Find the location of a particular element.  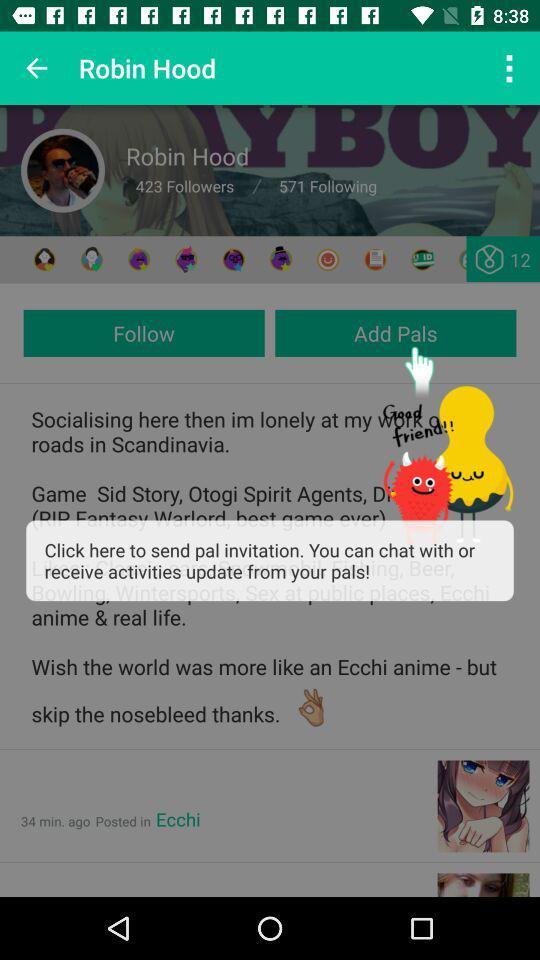

change a setting is located at coordinates (469, 258).